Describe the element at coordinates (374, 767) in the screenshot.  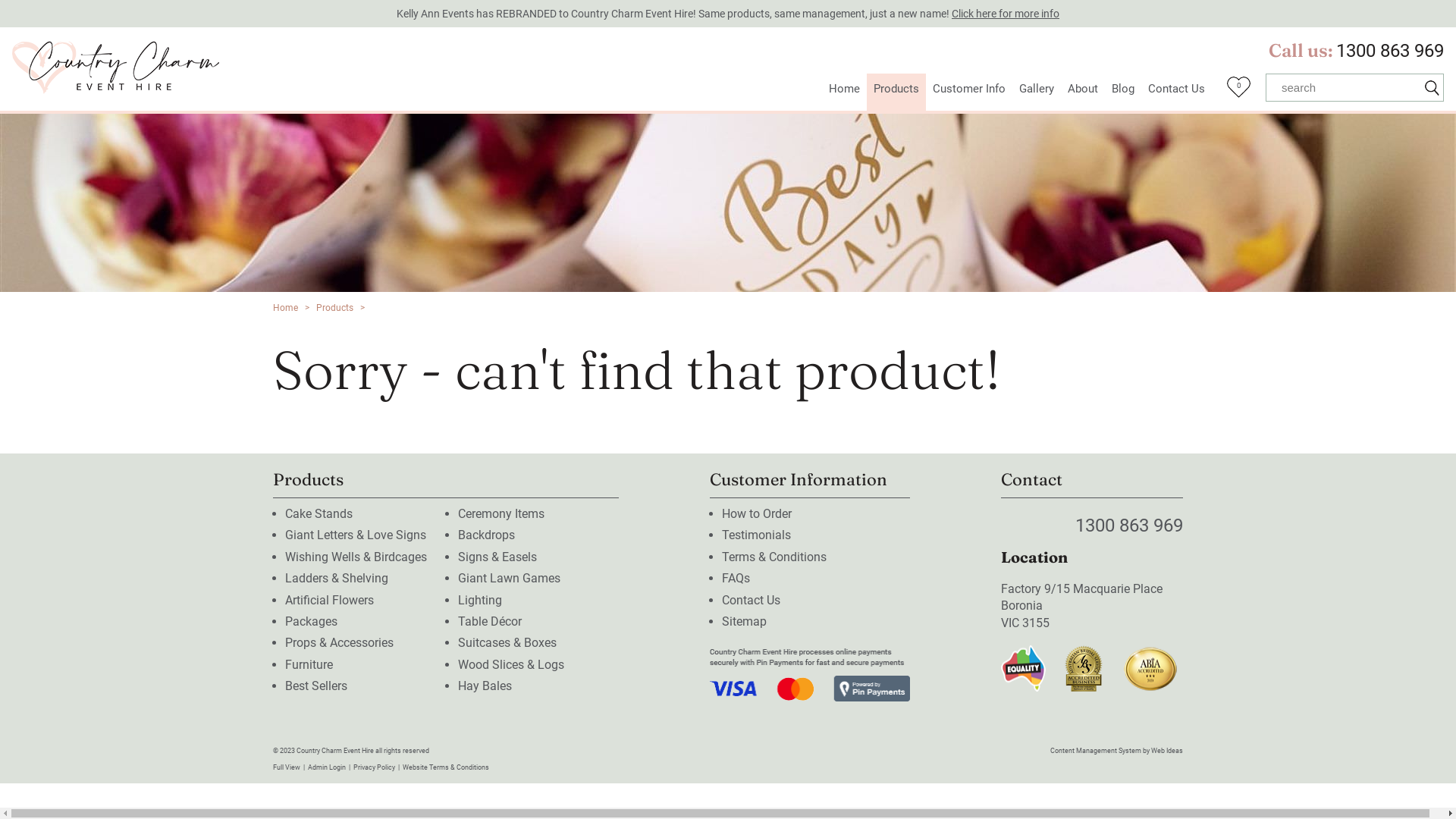
I see `'Privacy Policy'` at that location.